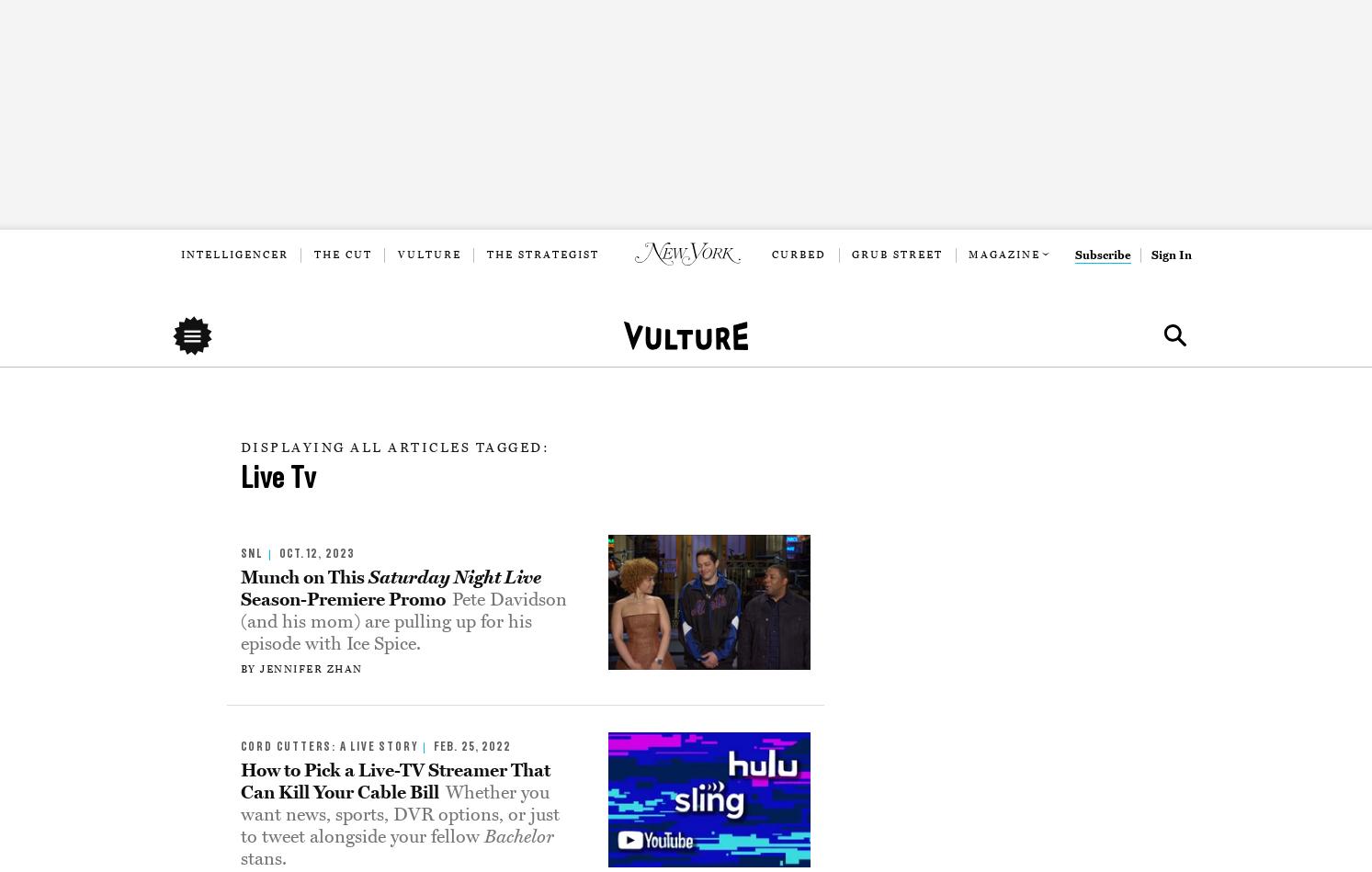  I want to click on 'Sign In', so click(1151, 254).